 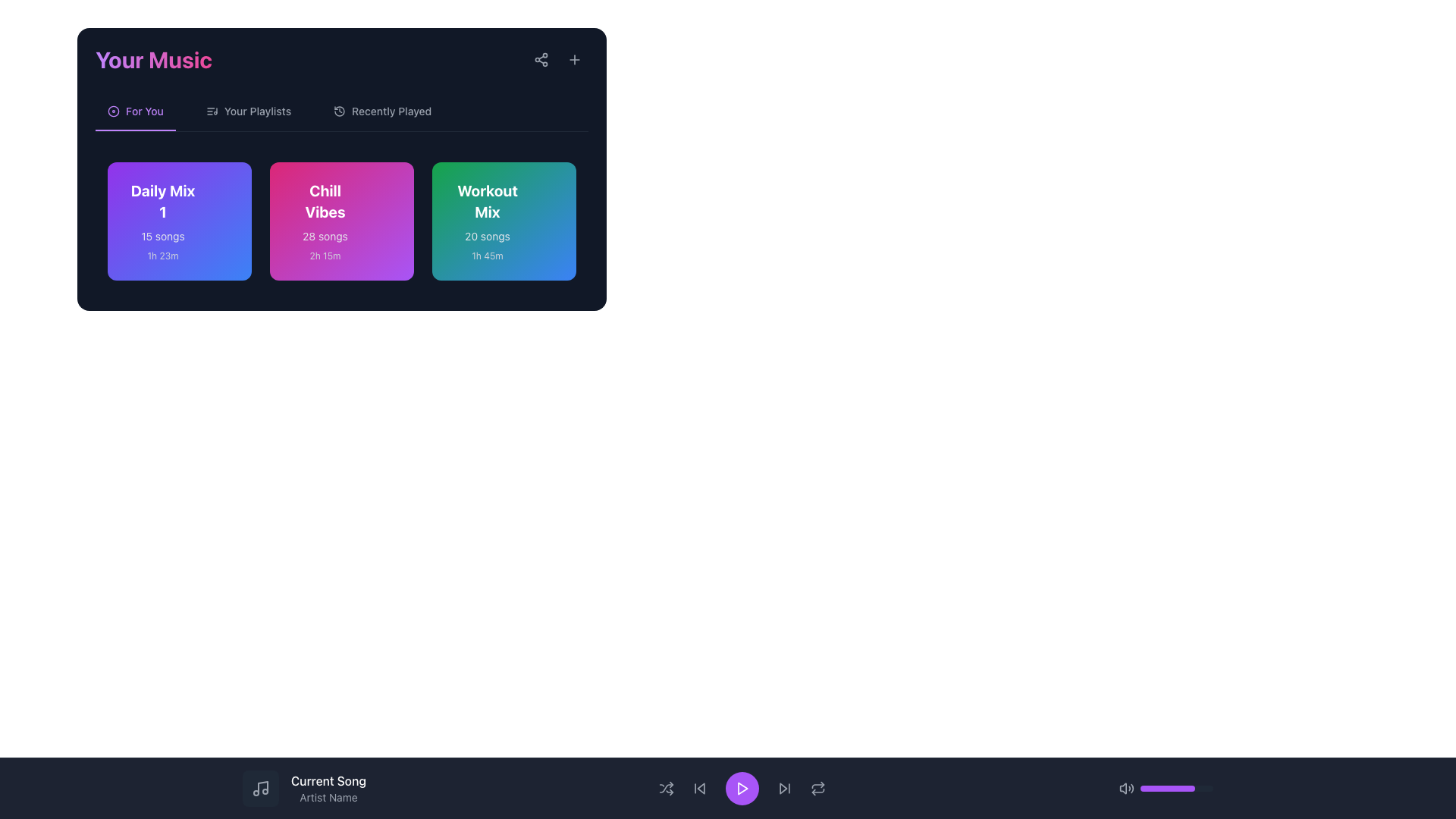 What do you see at coordinates (163, 201) in the screenshot?
I see `text content of the Text Label that serves as the title for the playlist 'Daily Mix 1', located at the top-left corner of the card` at bounding box center [163, 201].